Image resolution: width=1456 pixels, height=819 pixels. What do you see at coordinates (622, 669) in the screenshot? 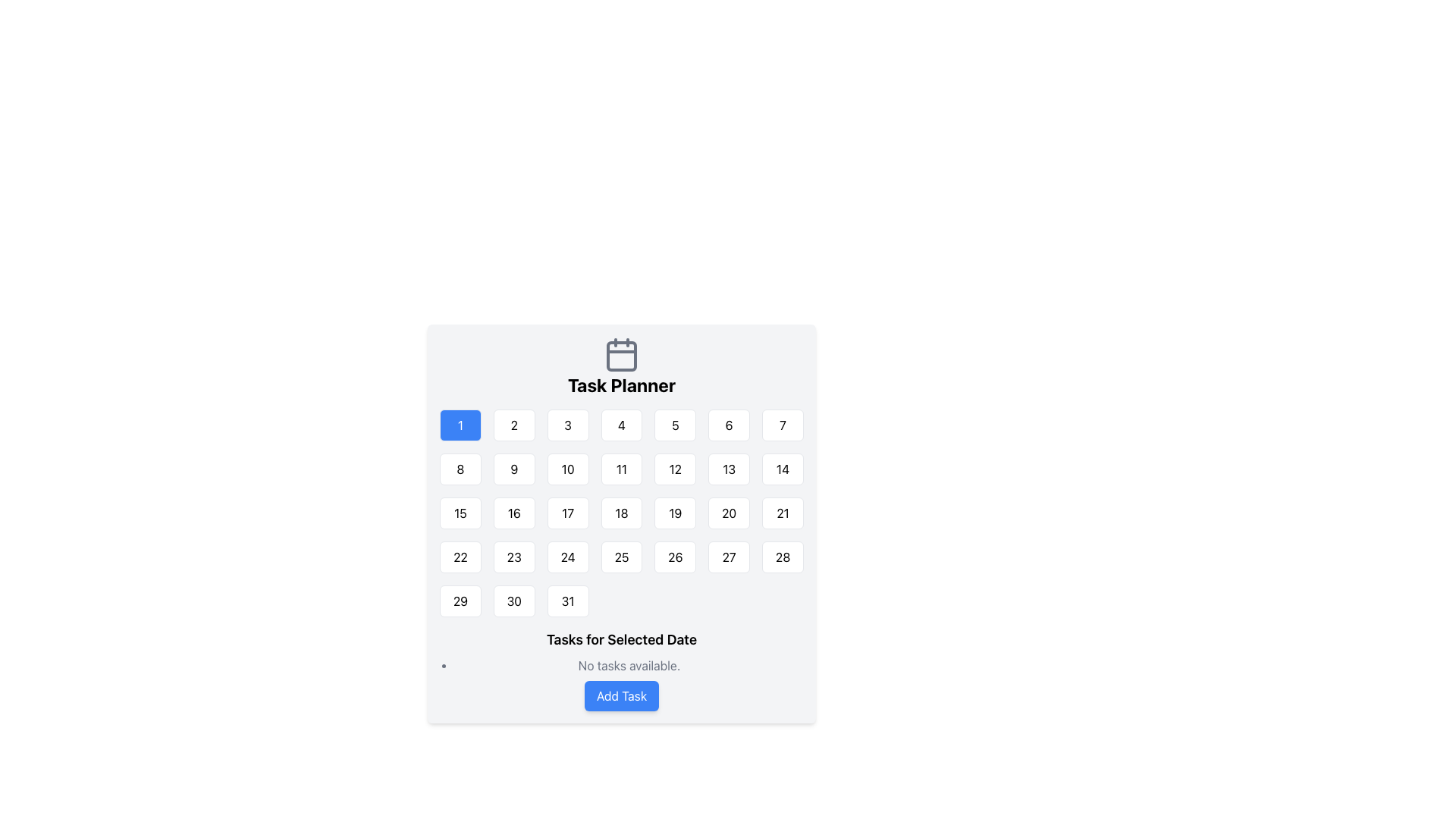
I see `information displayed in the gray text label indicating no available tasks located in the task display section, above the 'Add Task' button` at bounding box center [622, 669].